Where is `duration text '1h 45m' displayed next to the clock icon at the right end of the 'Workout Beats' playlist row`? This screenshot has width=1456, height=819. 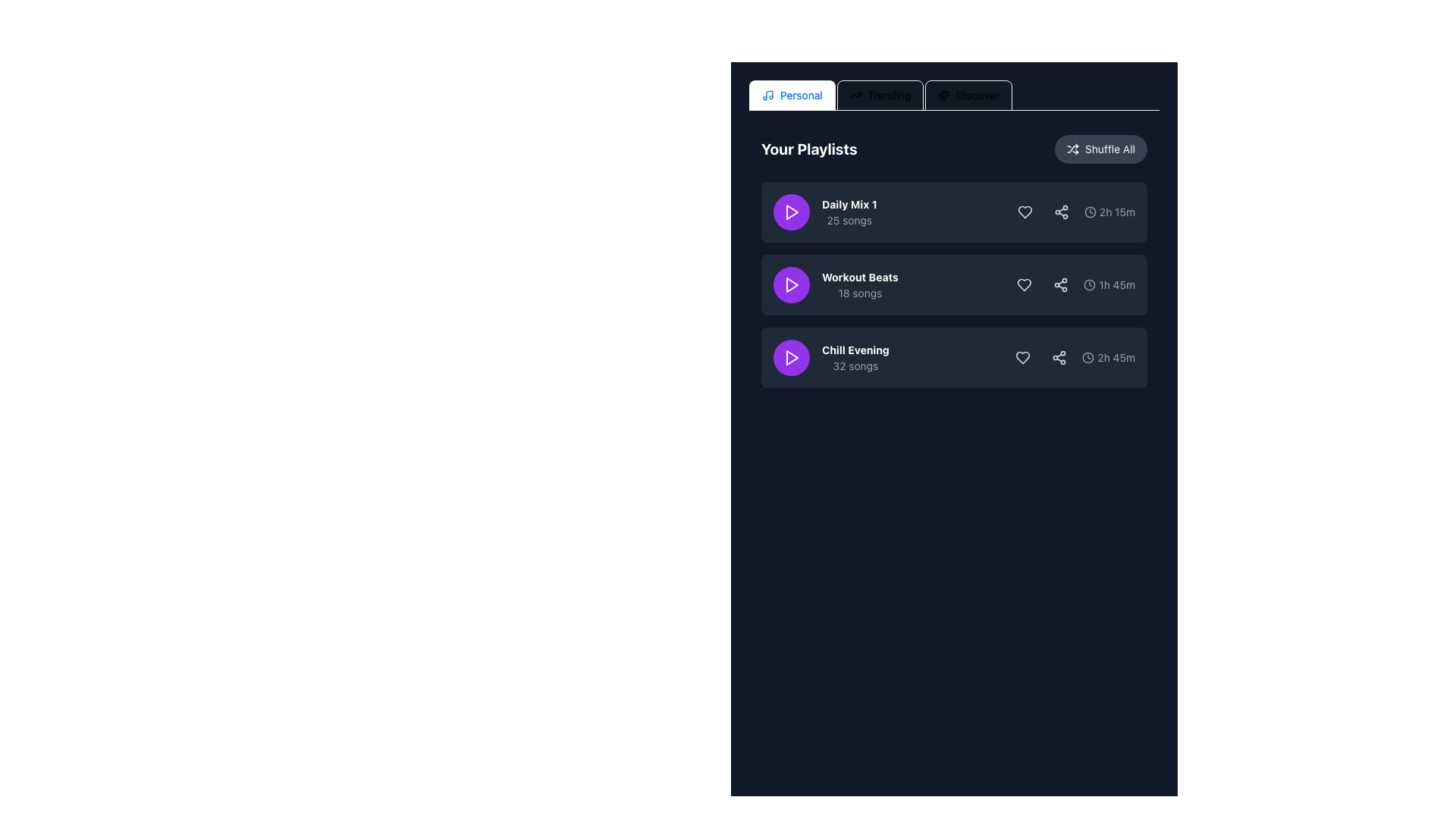
duration text '1h 45m' displayed next to the clock icon at the right end of the 'Workout Beats' playlist row is located at coordinates (1072, 284).